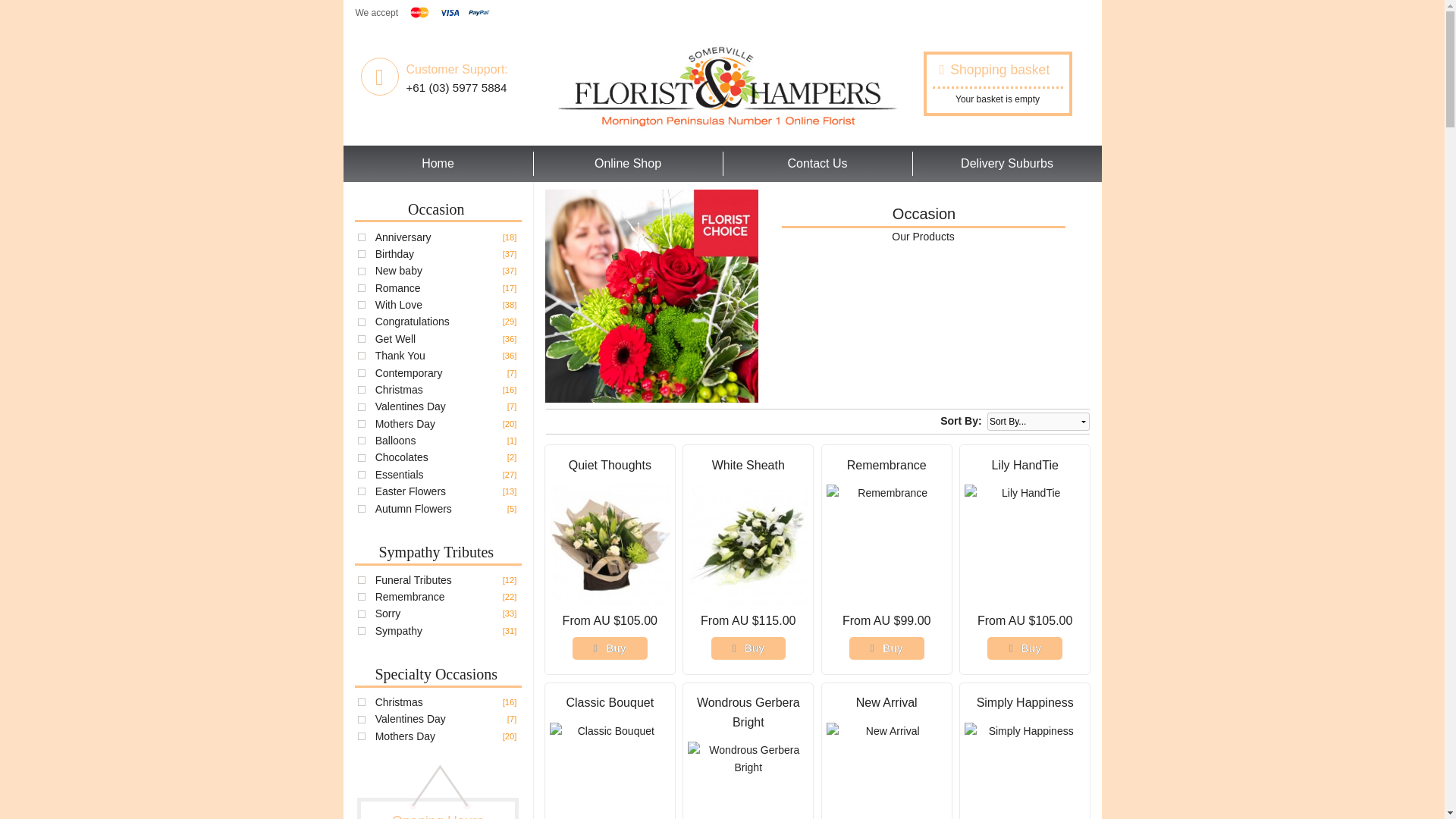 The image size is (1456, 819). Describe the element at coordinates (375, 424) in the screenshot. I see `'Mothers Day` at that location.